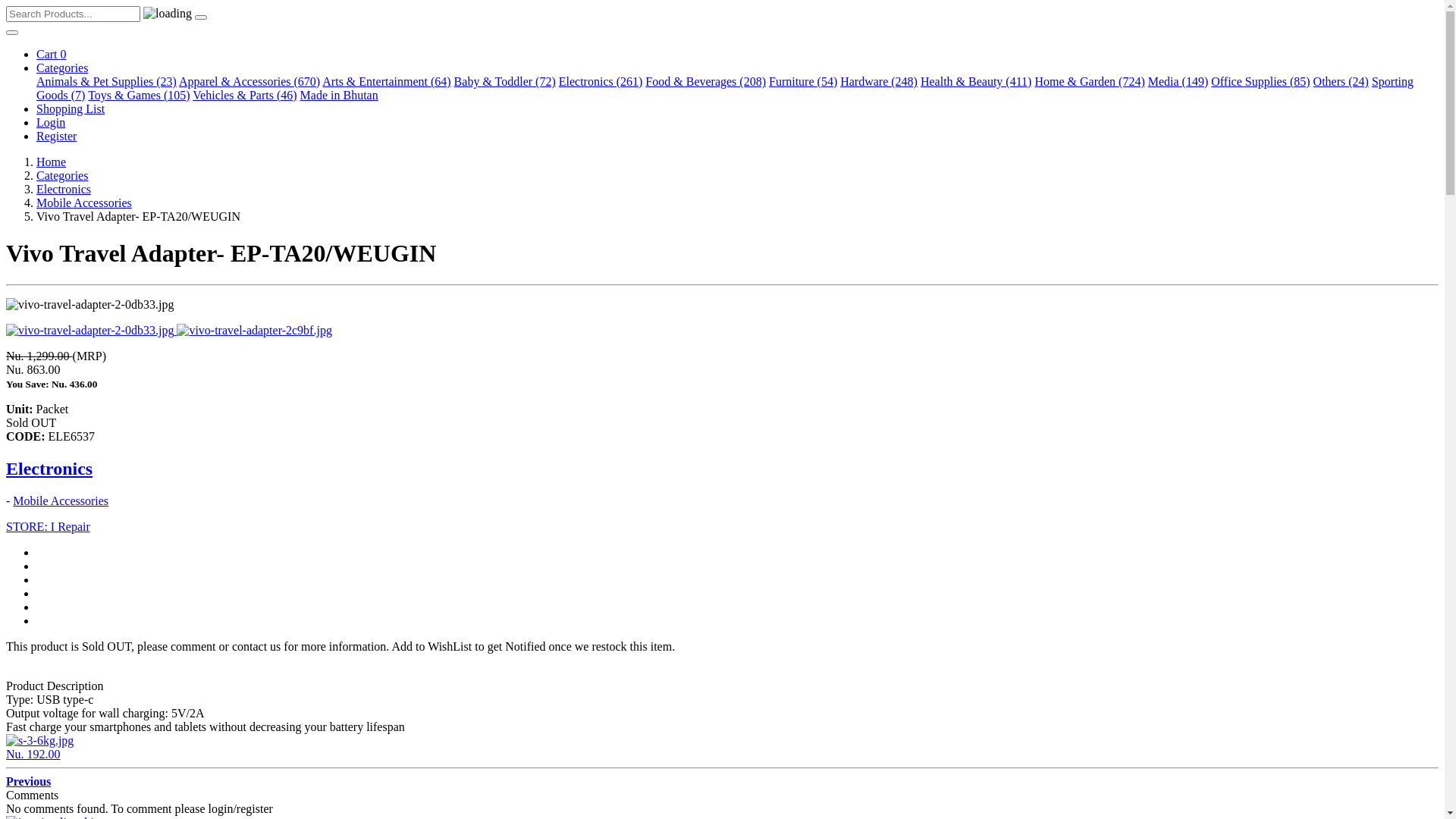  What do you see at coordinates (192, 95) in the screenshot?
I see `'Vehicles & Parts (46)'` at bounding box center [192, 95].